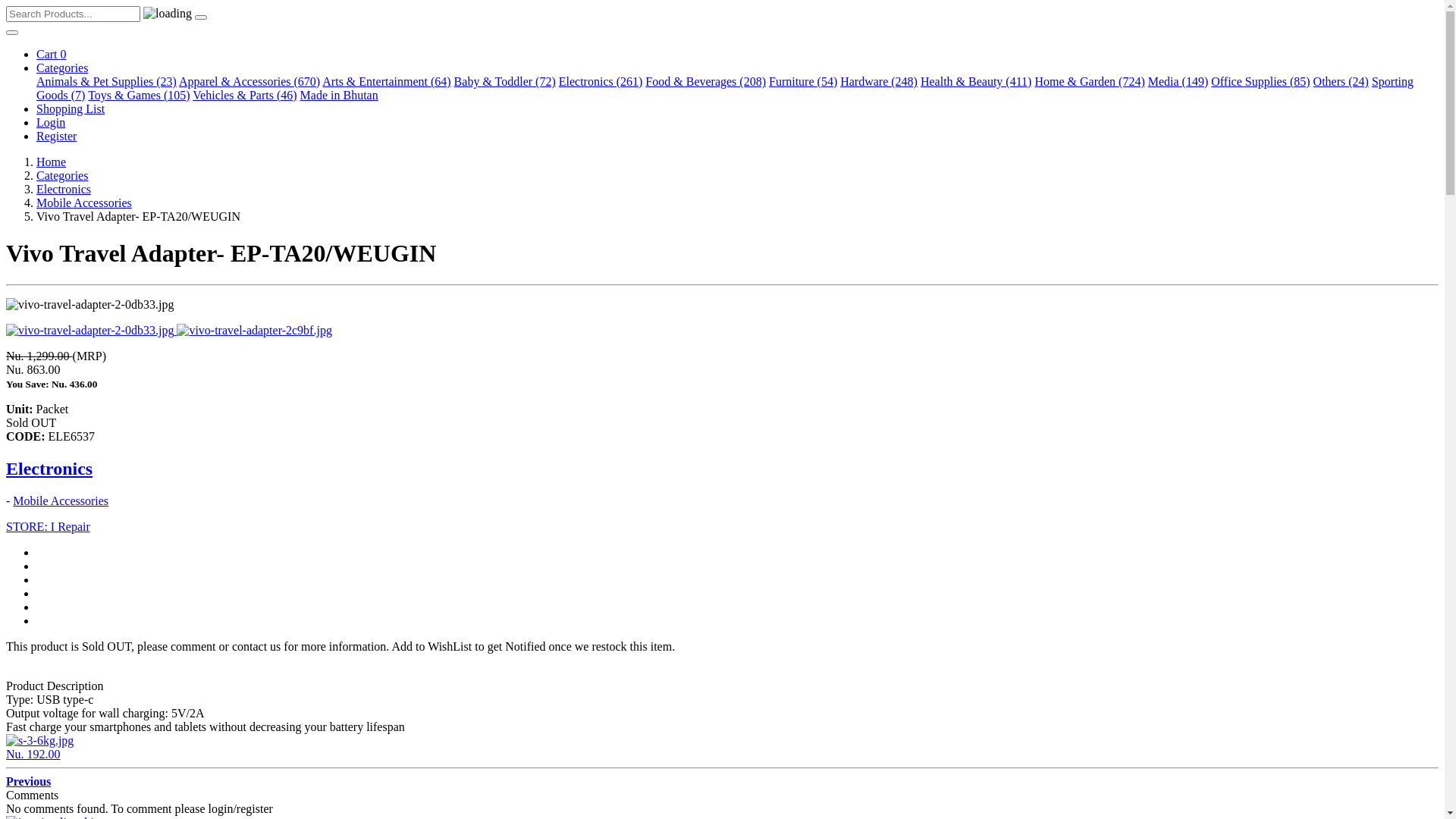  What do you see at coordinates (192, 95) in the screenshot?
I see `'Vehicles & Parts (46)'` at bounding box center [192, 95].